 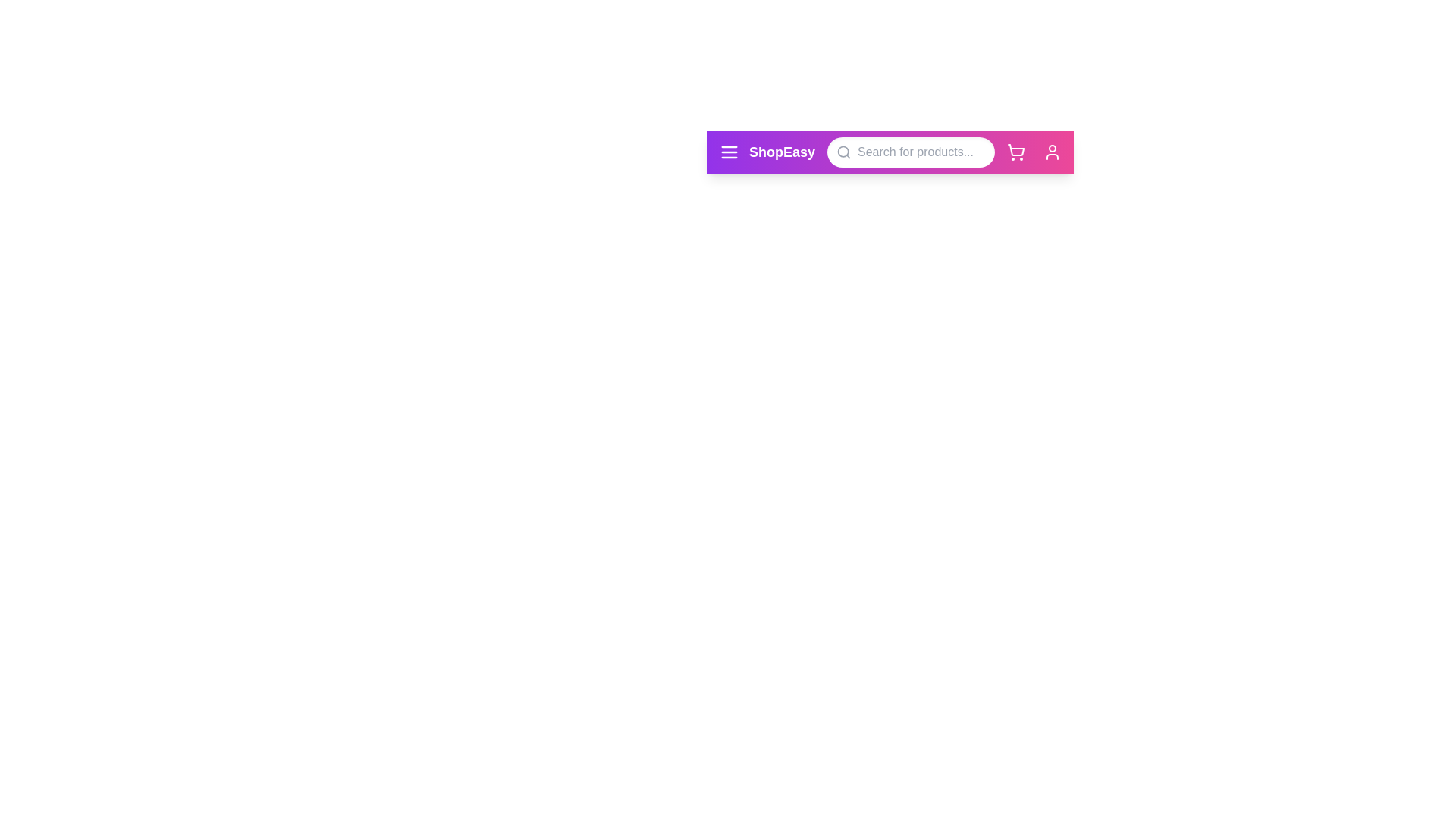 What do you see at coordinates (782, 152) in the screenshot?
I see `the logo text to select it` at bounding box center [782, 152].